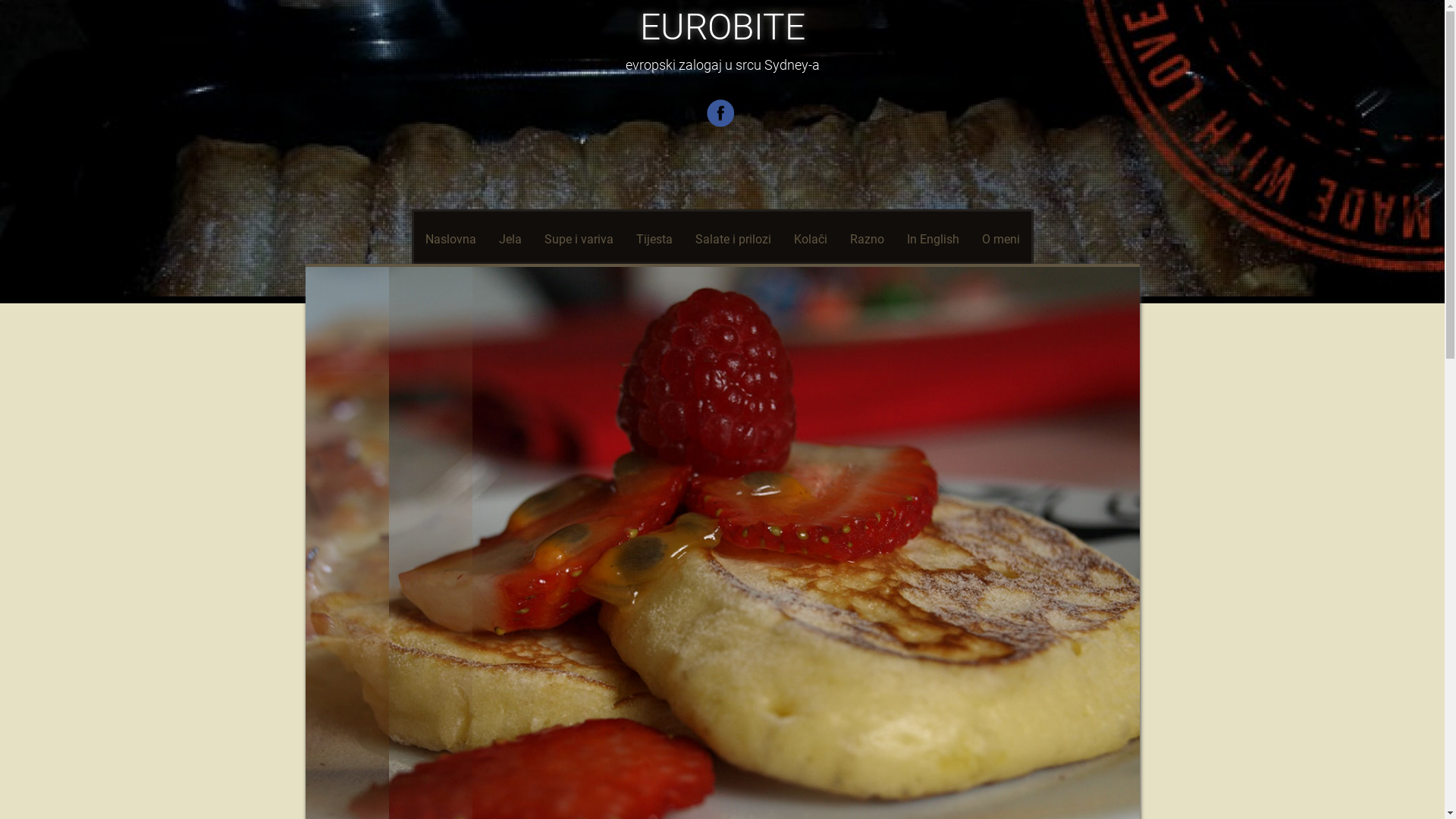 Image resolution: width=1456 pixels, height=819 pixels. Describe the element at coordinates (867, 239) in the screenshot. I see `'Razno'` at that location.